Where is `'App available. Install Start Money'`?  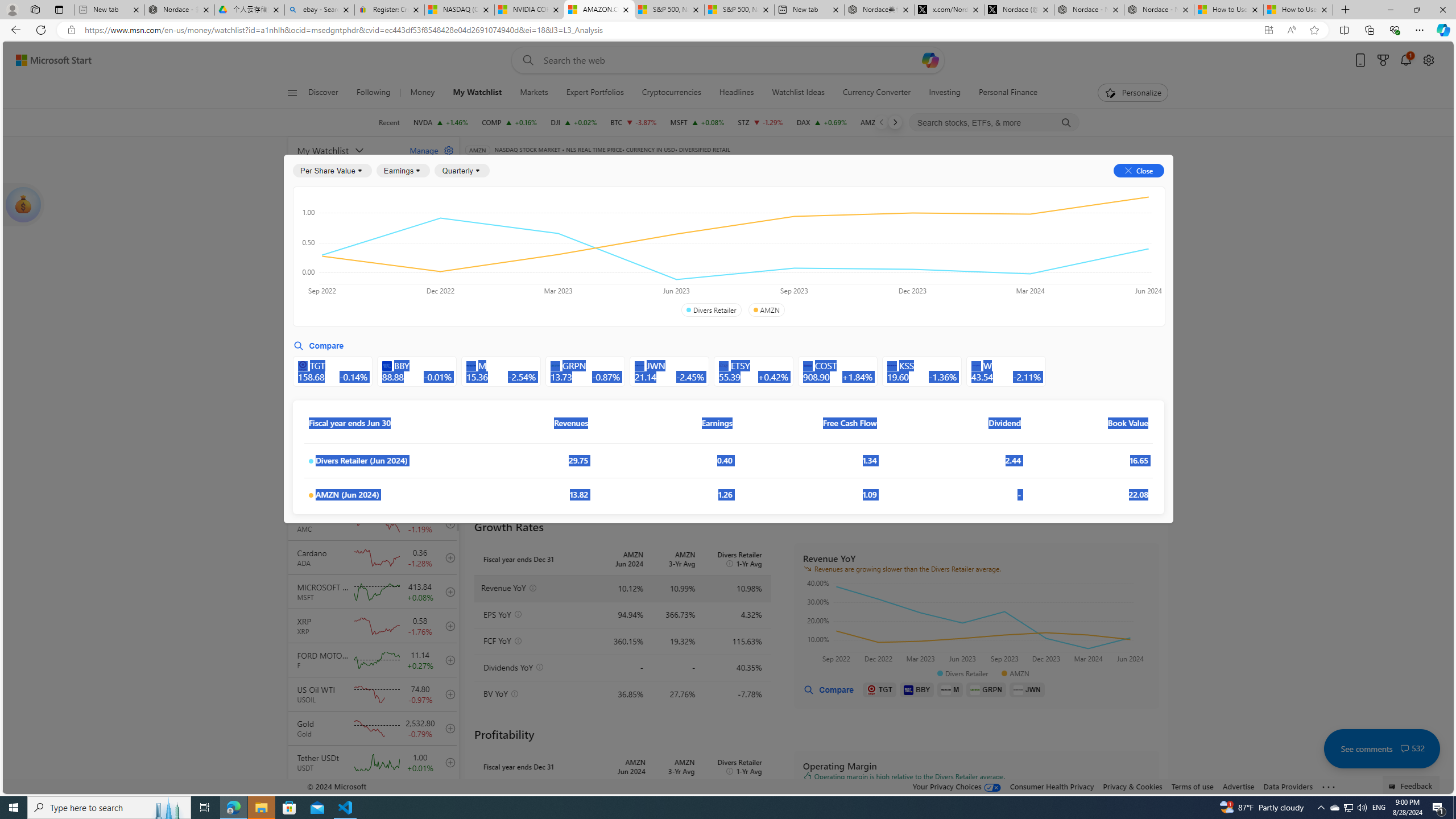
'App available. Install Start Money' is located at coordinates (1268, 30).